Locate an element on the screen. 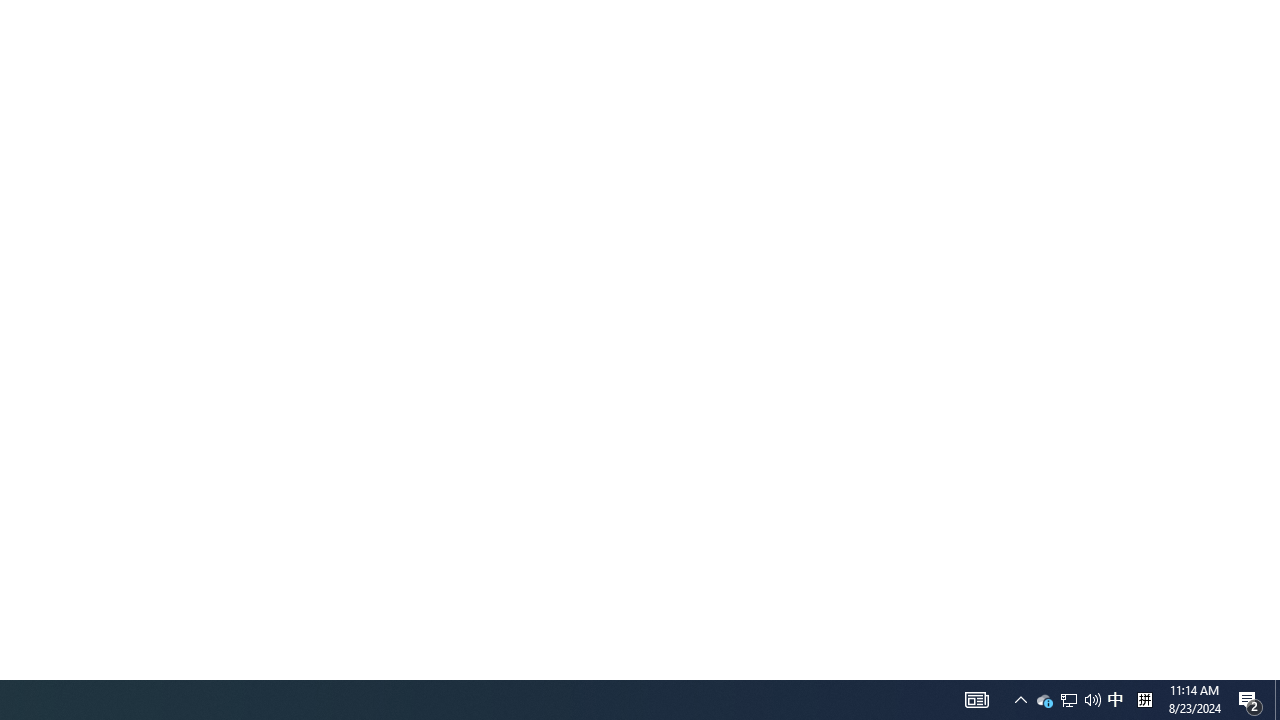  'Notification Chevron' is located at coordinates (1020, 698).